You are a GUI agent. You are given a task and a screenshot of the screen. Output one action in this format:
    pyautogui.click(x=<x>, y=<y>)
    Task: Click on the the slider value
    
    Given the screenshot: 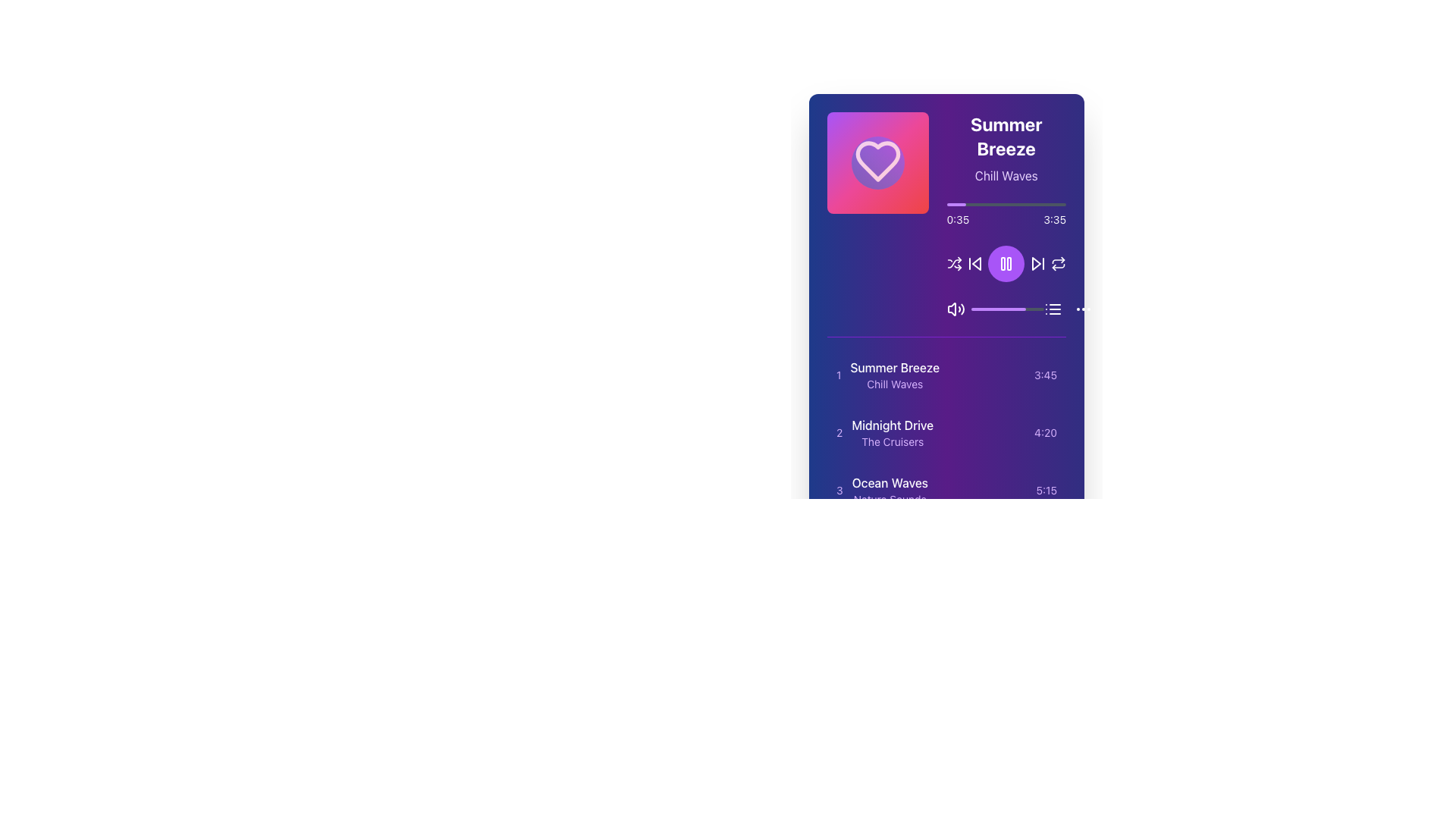 What is the action you would take?
    pyautogui.click(x=1037, y=309)
    